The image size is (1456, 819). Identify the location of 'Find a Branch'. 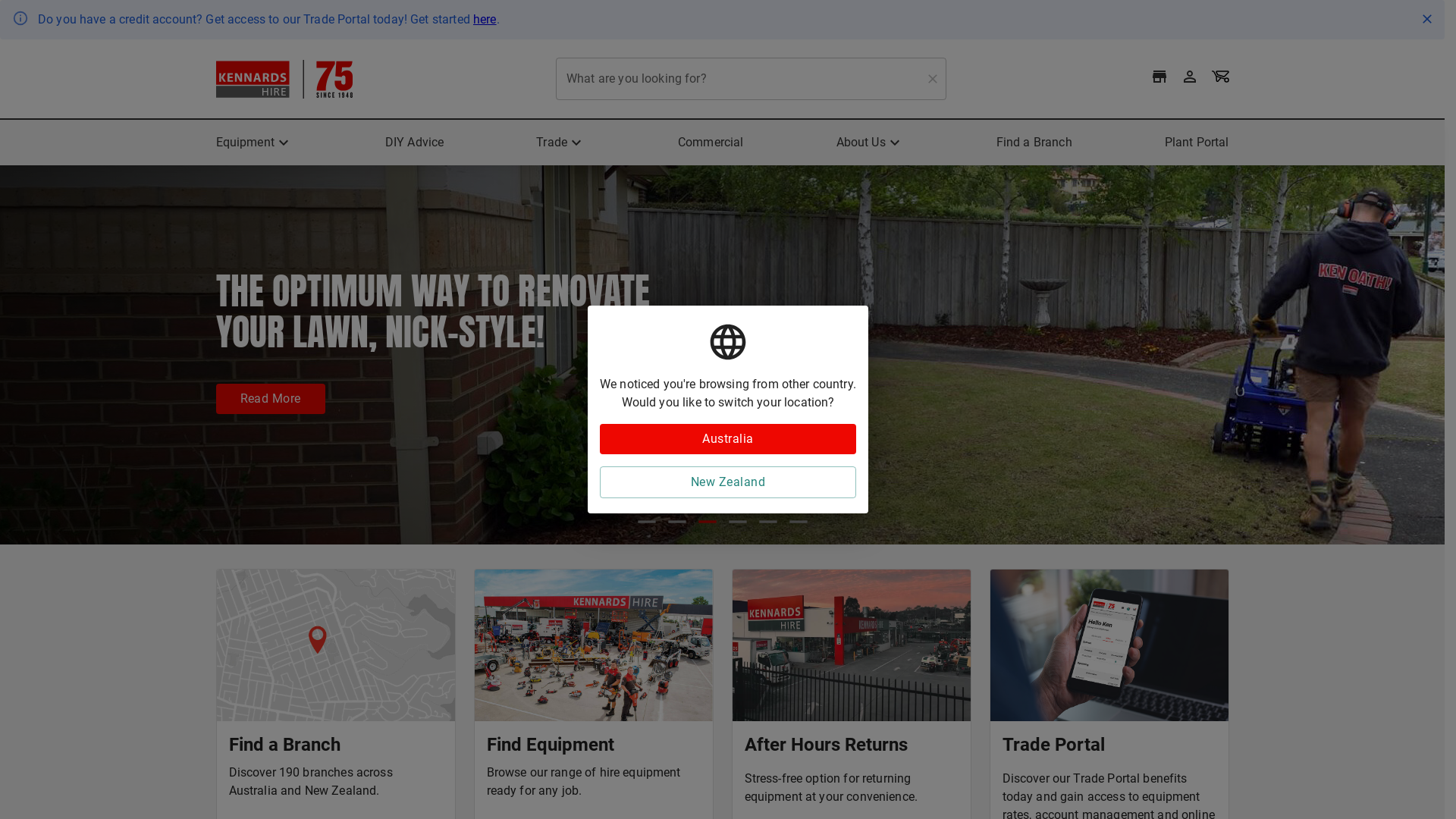
(996, 143).